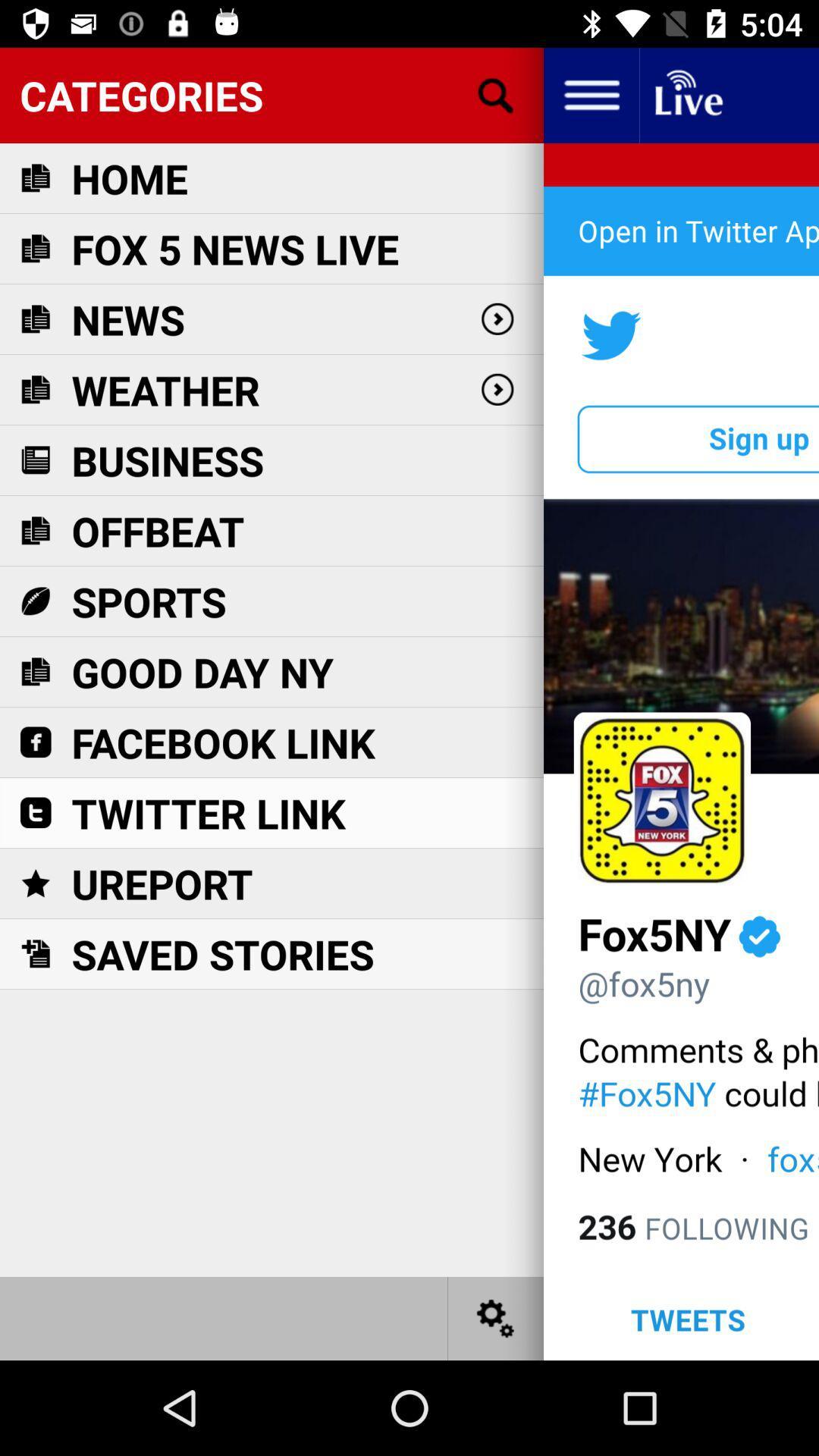 Image resolution: width=819 pixels, height=1456 pixels. What do you see at coordinates (129, 178) in the screenshot?
I see `icon below the categories item` at bounding box center [129, 178].